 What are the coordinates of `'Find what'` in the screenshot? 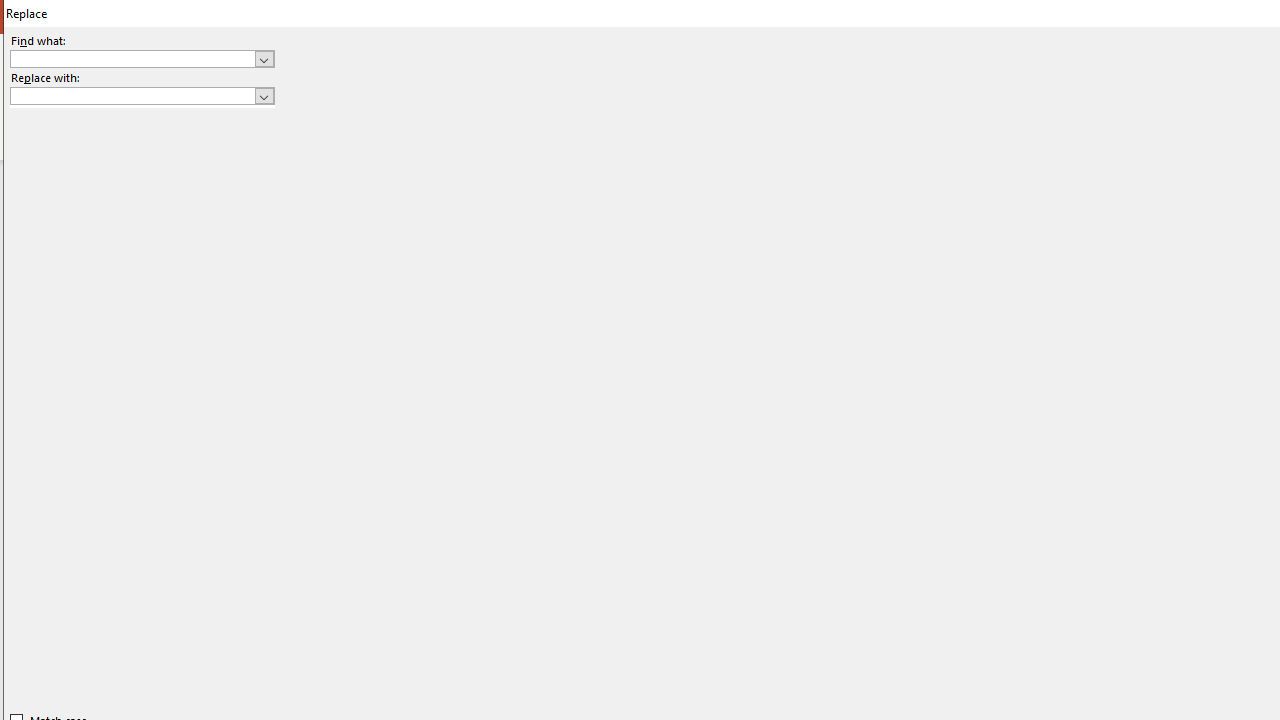 It's located at (141, 57).